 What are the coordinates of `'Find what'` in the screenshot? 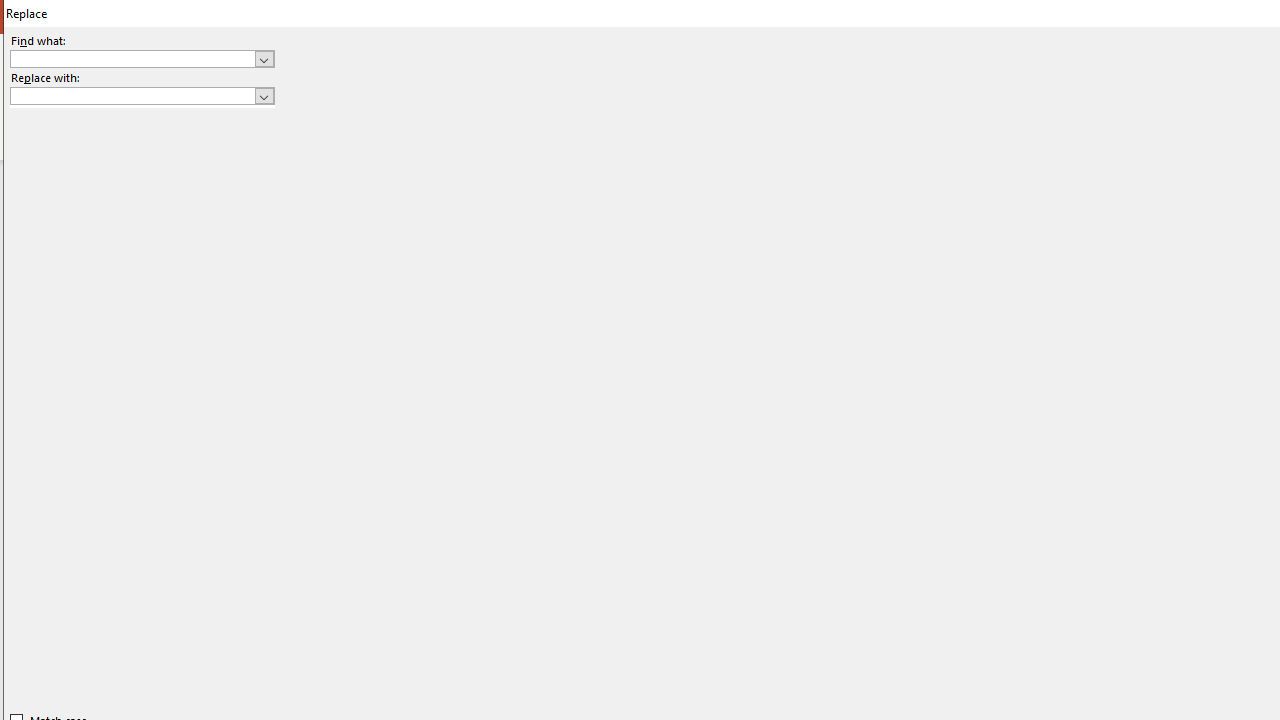 It's located at (141, 57).